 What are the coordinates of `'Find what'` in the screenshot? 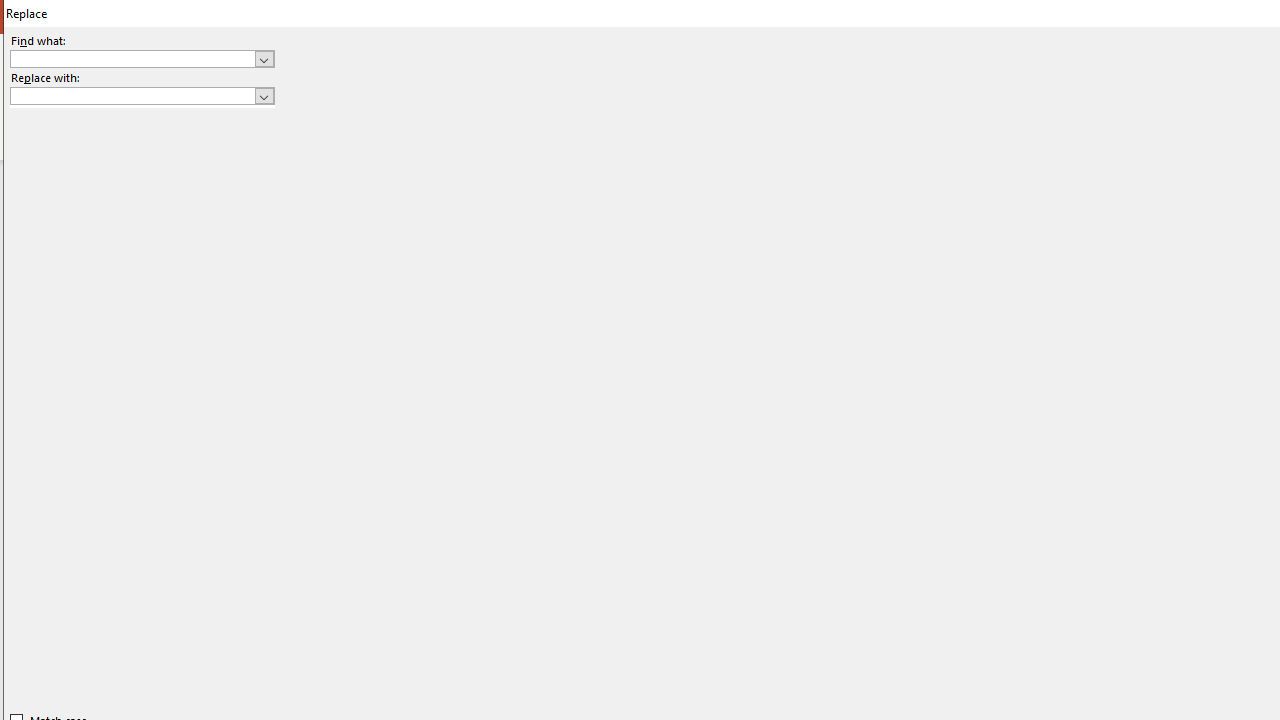 It's located at (141, 57).